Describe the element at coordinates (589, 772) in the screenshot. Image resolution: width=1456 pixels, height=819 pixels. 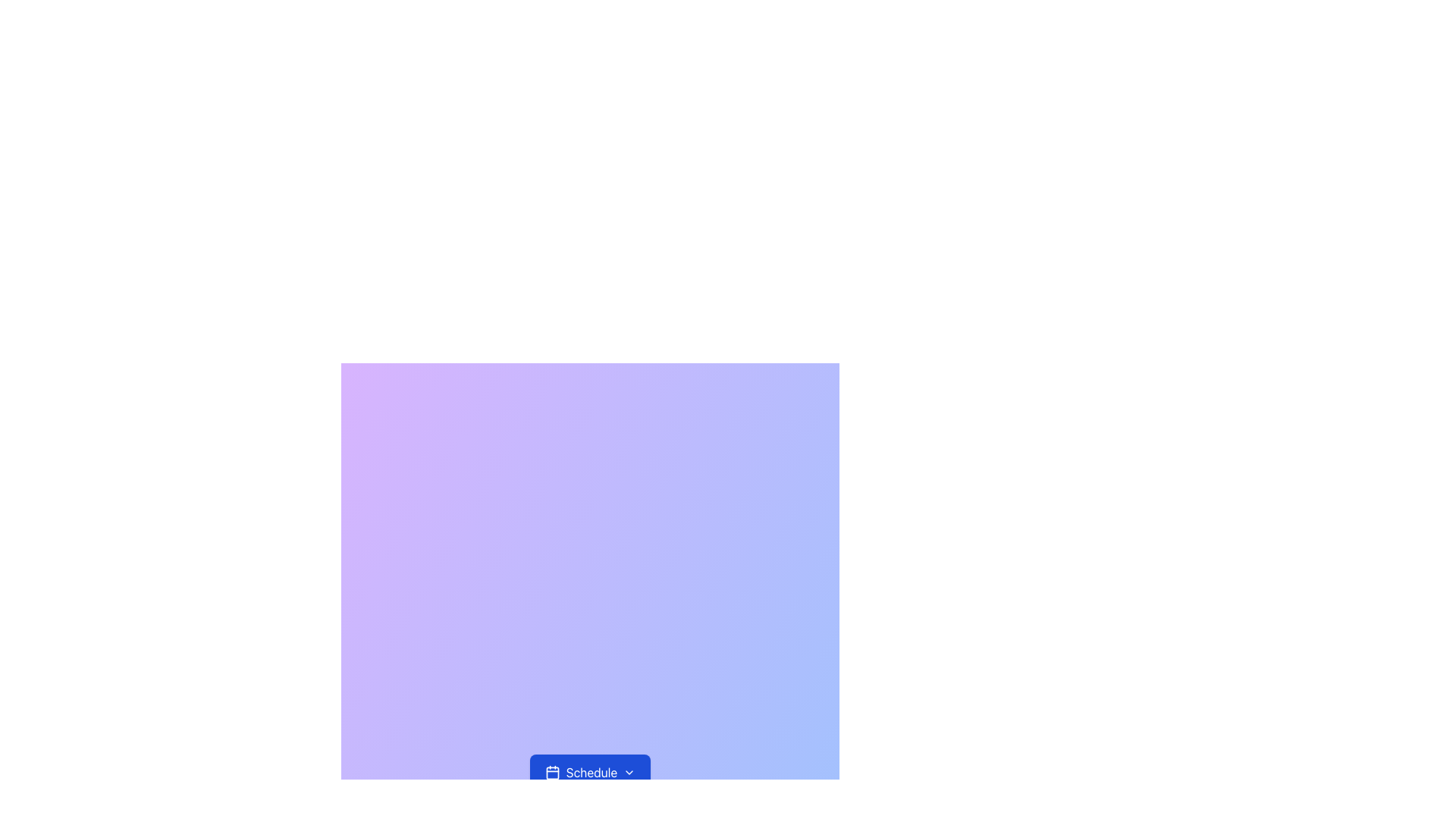
I see `the blue 'Schedule' button located near the bottom of the gradient background` at that location.